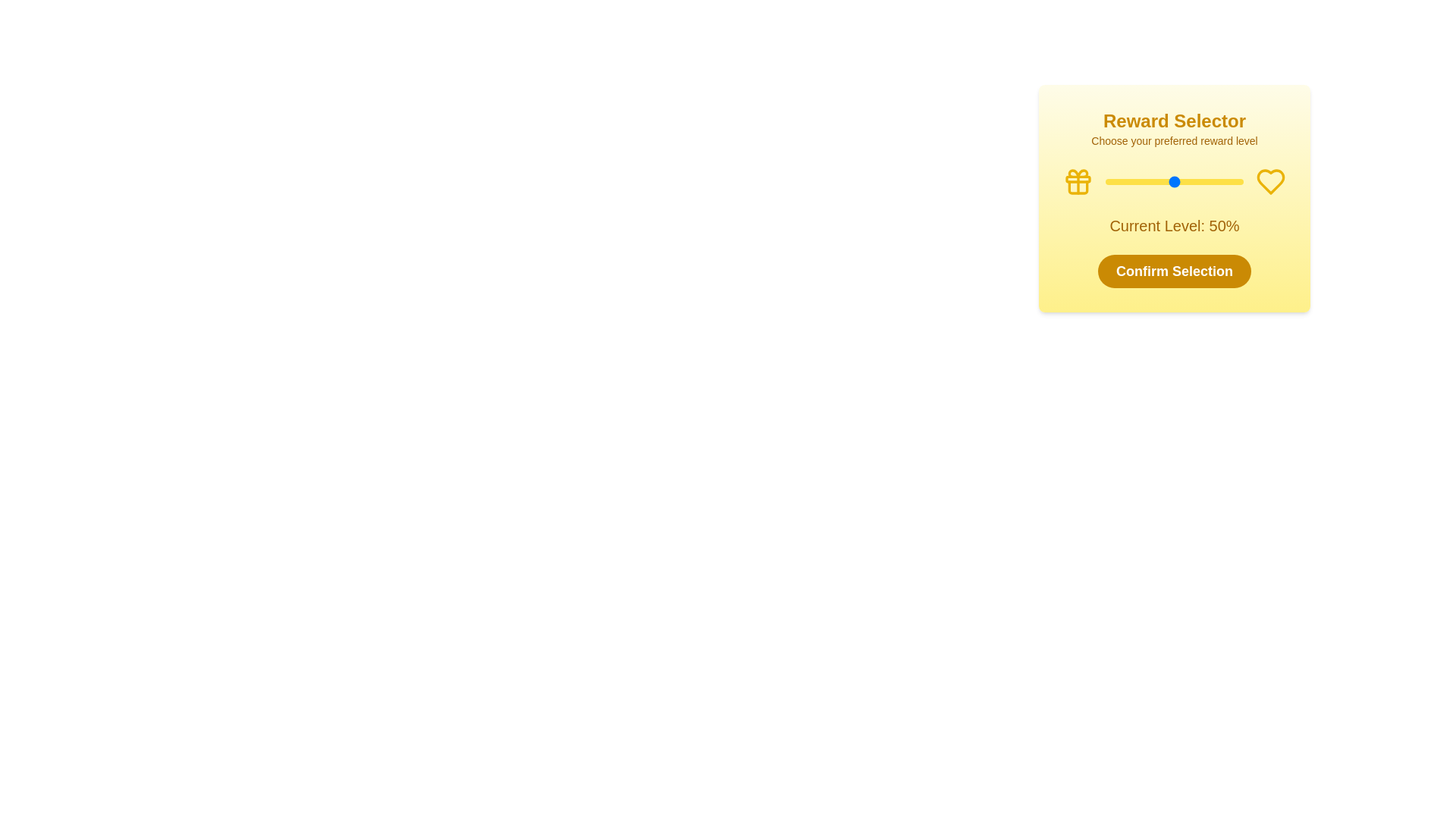  I want to click on the reward level, so click(1126, 180).